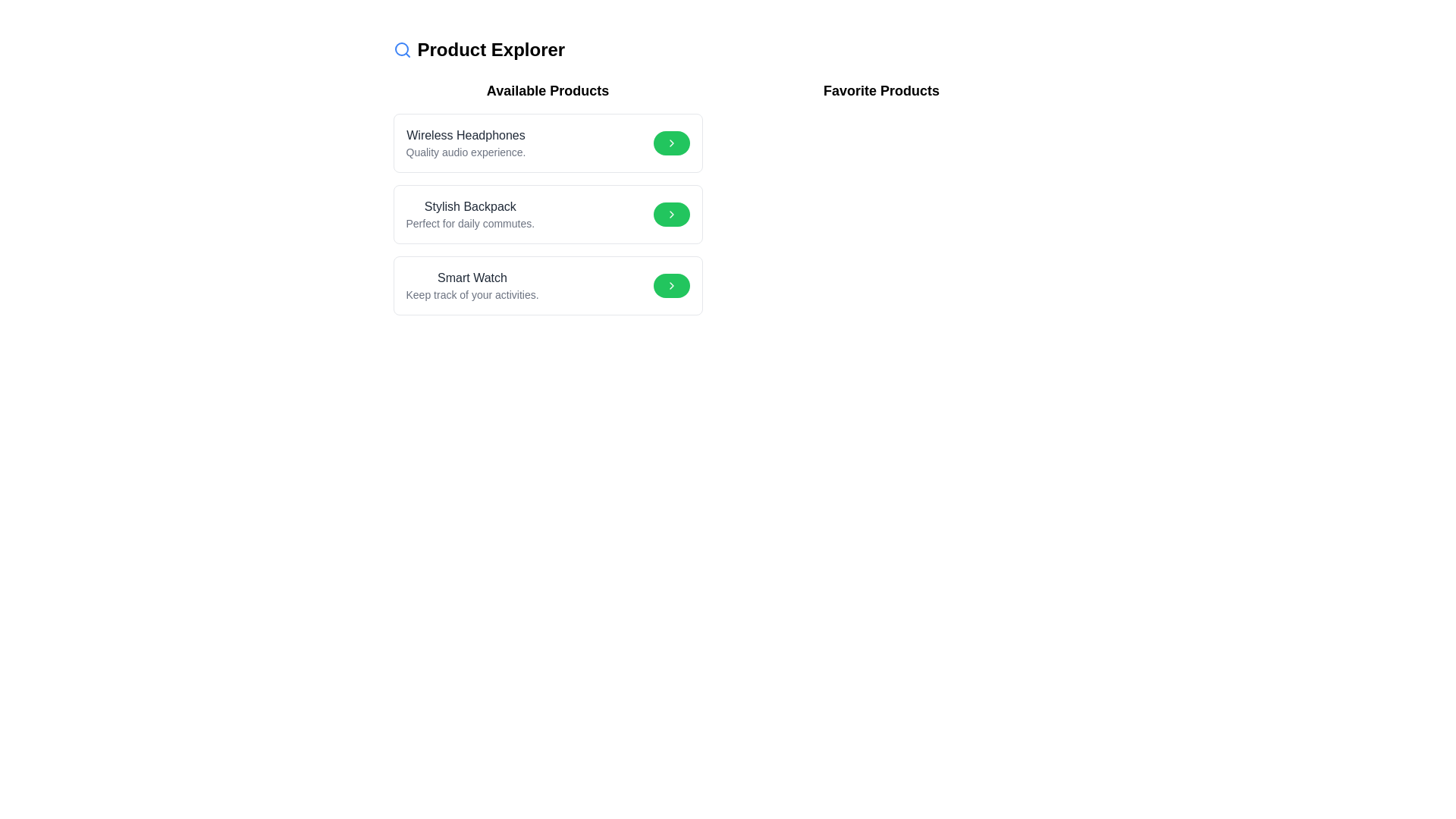  Describe the element at coordinates (670, 143) in the screenshot. I see `the navigation icon within the green button located to the right of the 'Wireless Headphones' text in the 'Available Products' section` at that location.